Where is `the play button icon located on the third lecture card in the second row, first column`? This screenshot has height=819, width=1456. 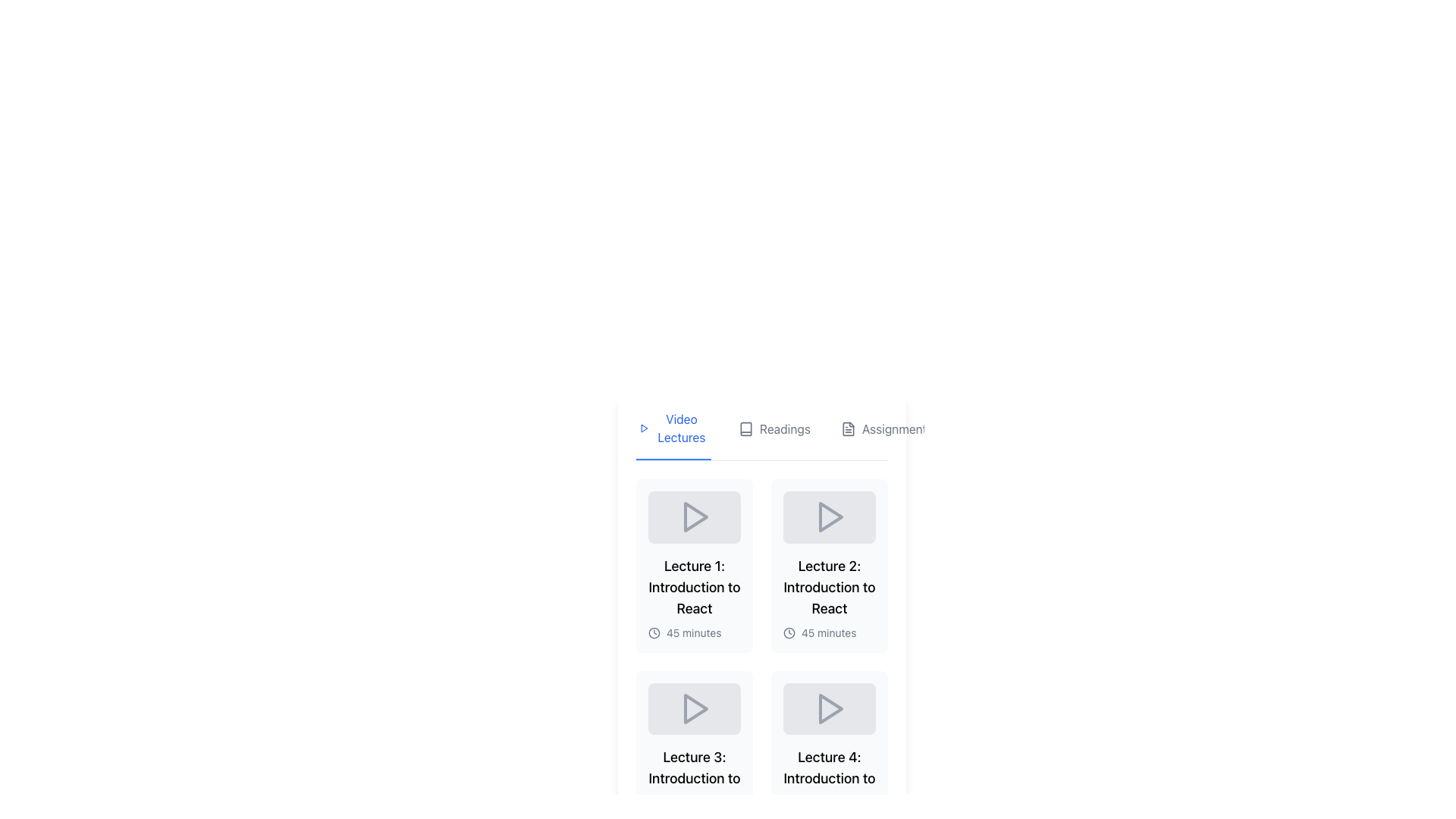
the play button icon located on the third lecture card in the second row, first column is located at coordinates (695, 708).